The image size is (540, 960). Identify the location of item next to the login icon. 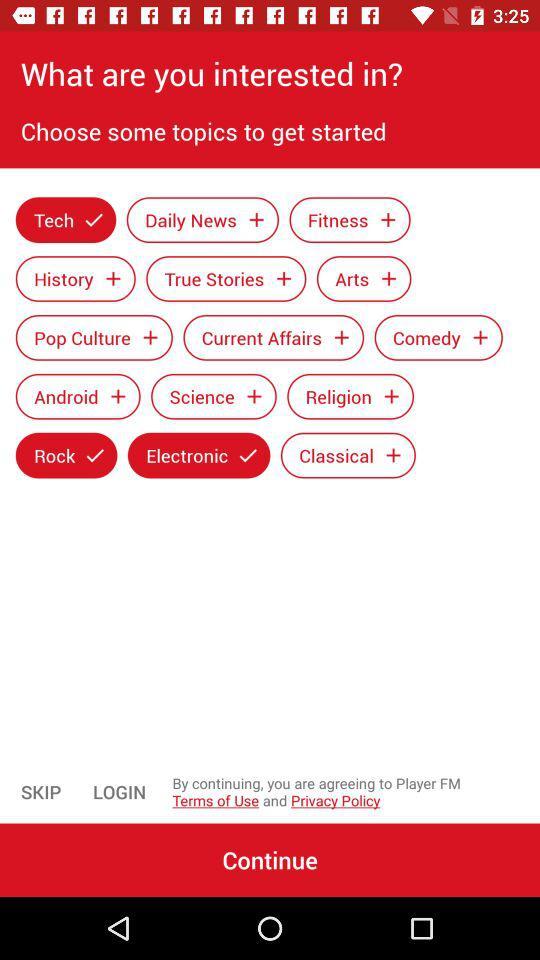
(41, 792).